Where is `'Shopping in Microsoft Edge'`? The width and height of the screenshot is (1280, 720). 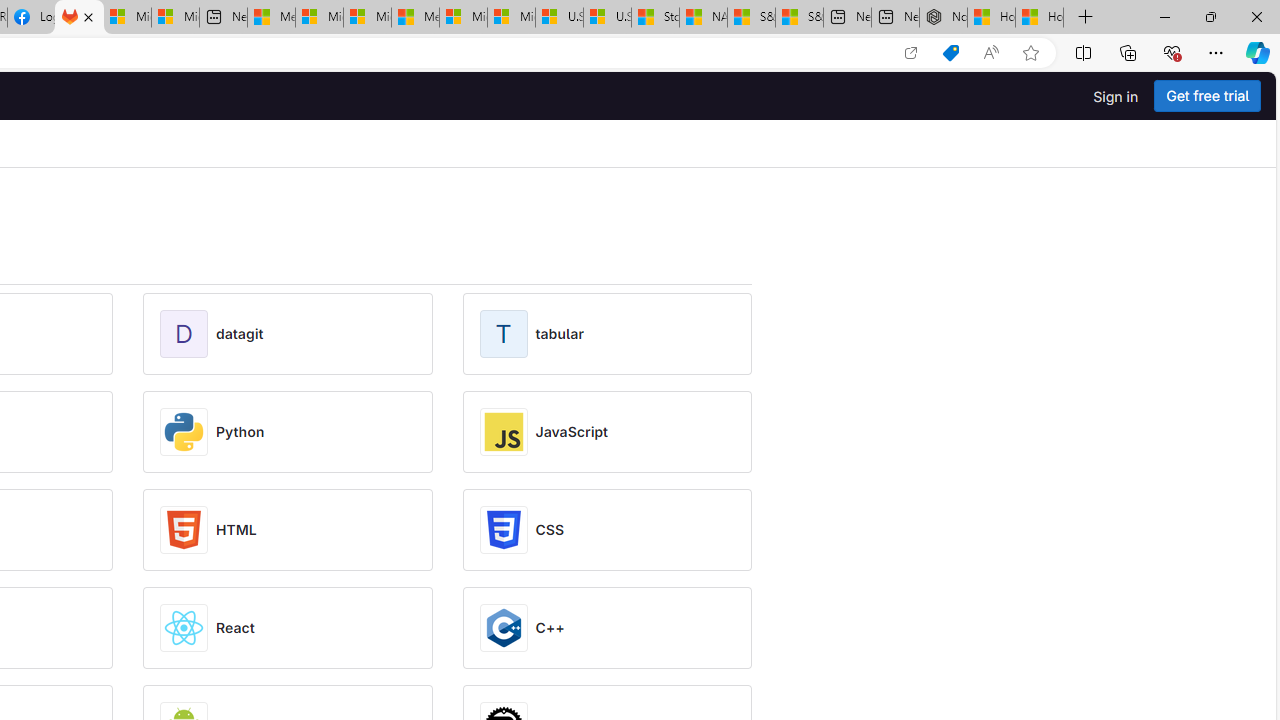
'Shopping in Microsoft Edge' is located at coordinates (950, 52).